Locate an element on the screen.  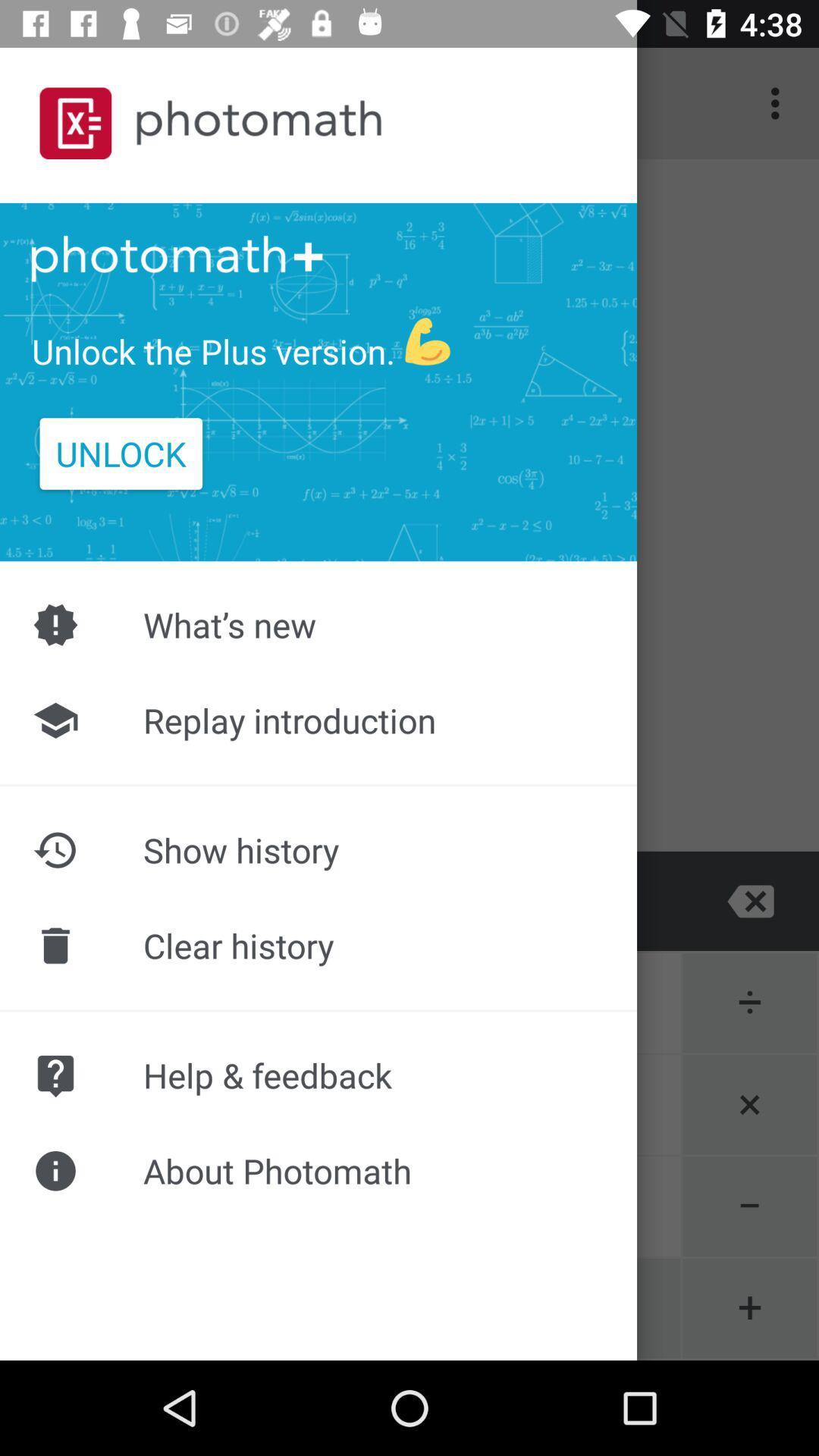
the close icon is located at coordinates (751, 901).